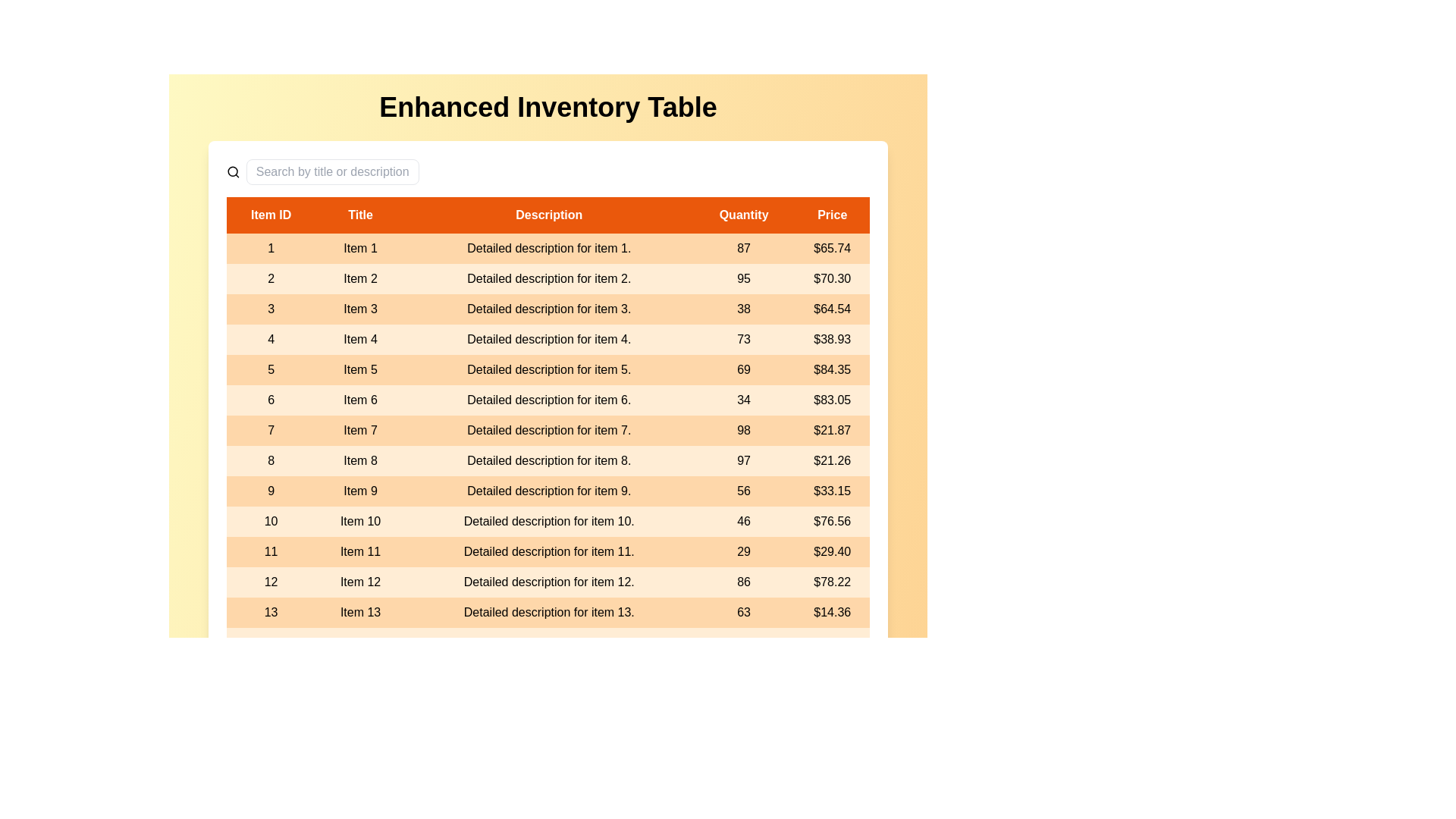 The height and width of the screenshot is (819, 1456). Describe the element at coordinates (831, 215) in the screenshot. I see `the column header Price to view additional information` at that location.